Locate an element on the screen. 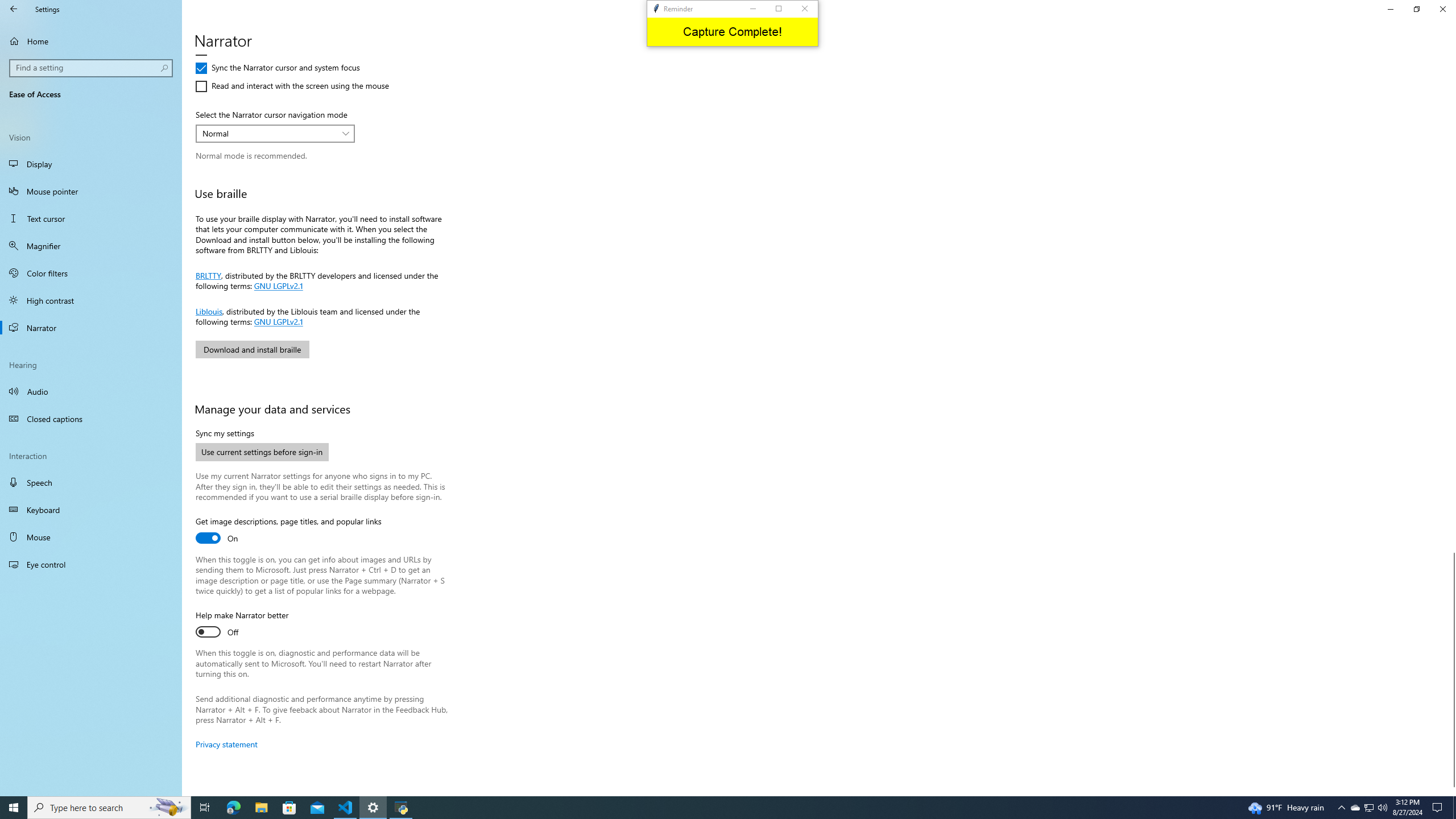  'Audio' is located at coordinates (90, 390).